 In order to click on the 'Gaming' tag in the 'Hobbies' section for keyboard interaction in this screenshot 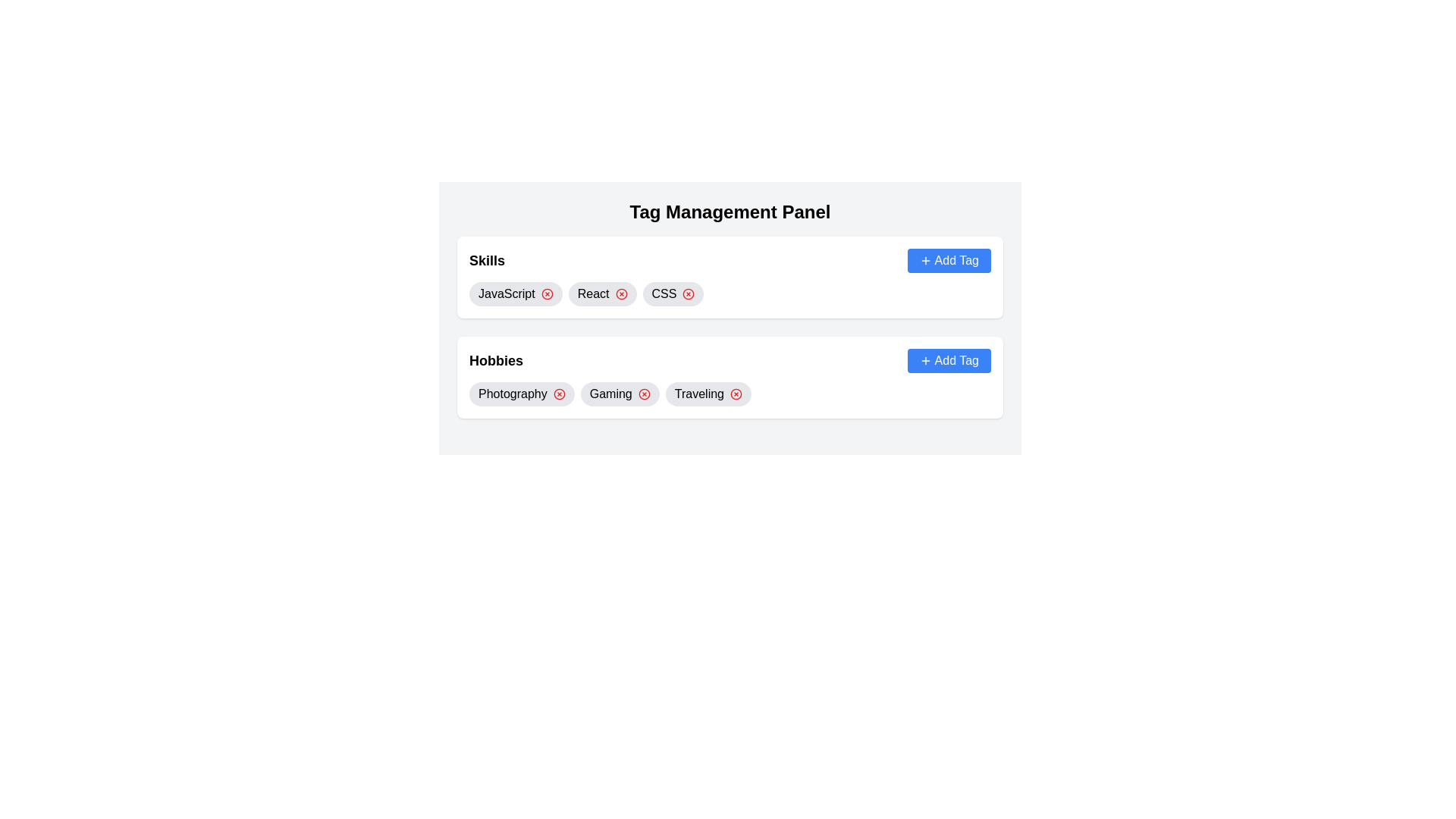, I will do `click(620, 394)`.